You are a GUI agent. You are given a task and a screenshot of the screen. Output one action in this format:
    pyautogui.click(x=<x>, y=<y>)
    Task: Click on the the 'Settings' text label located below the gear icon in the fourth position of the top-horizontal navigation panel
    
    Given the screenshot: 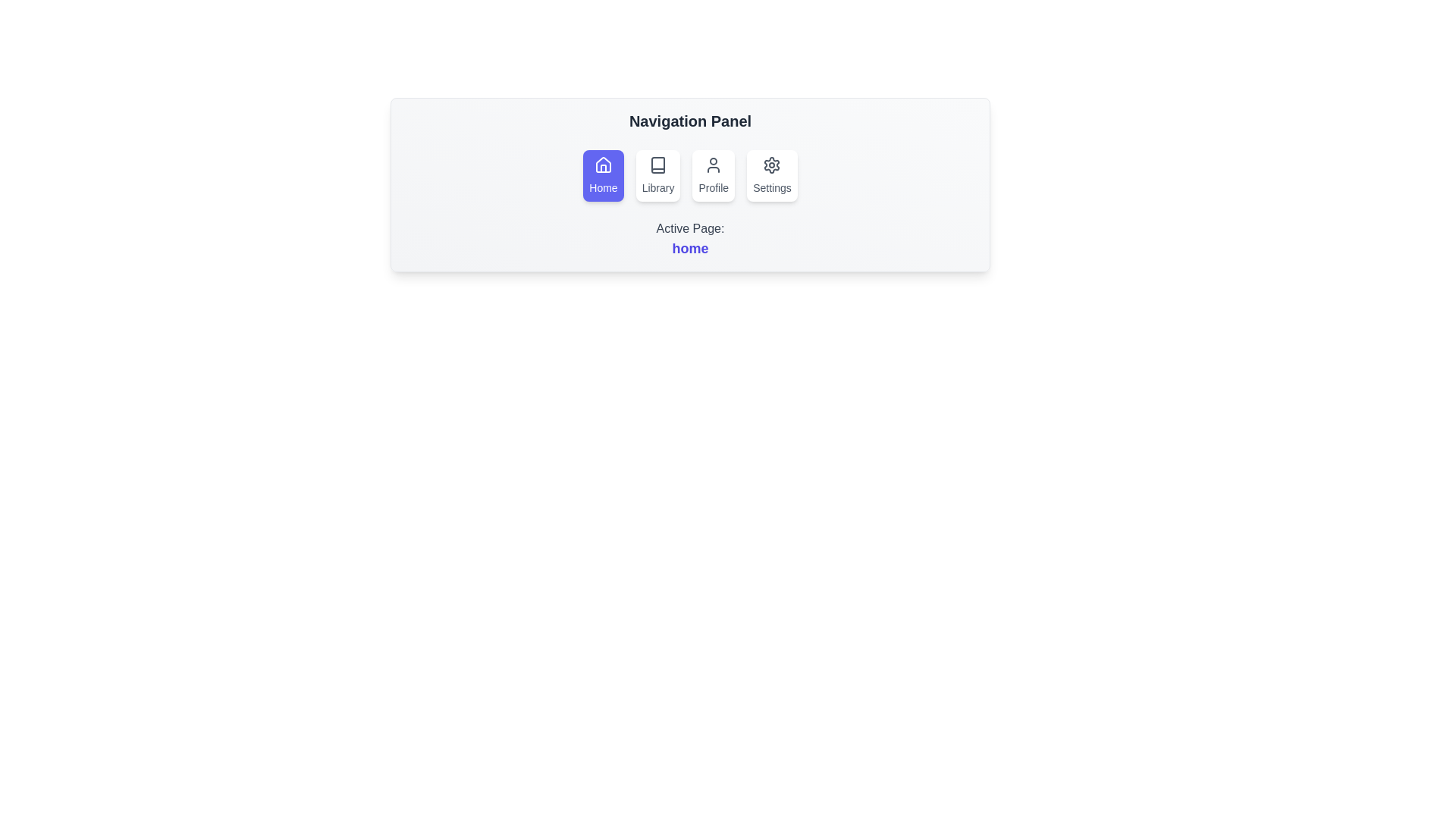 What is the action you would take?
    pyautogui.click(x=772, y=187)
    